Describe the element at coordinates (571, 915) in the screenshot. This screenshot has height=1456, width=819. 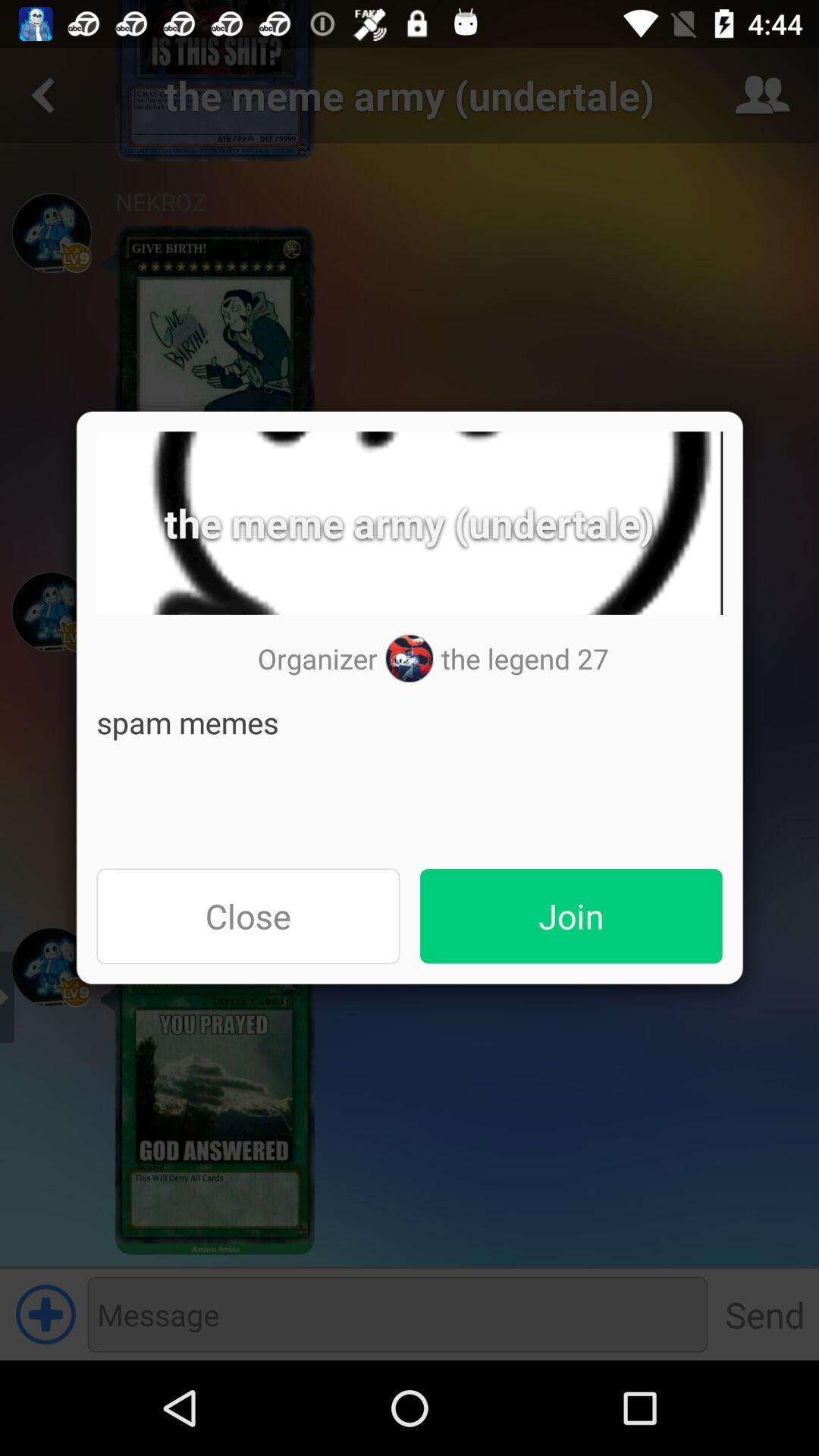
I see `the join button` at that location.